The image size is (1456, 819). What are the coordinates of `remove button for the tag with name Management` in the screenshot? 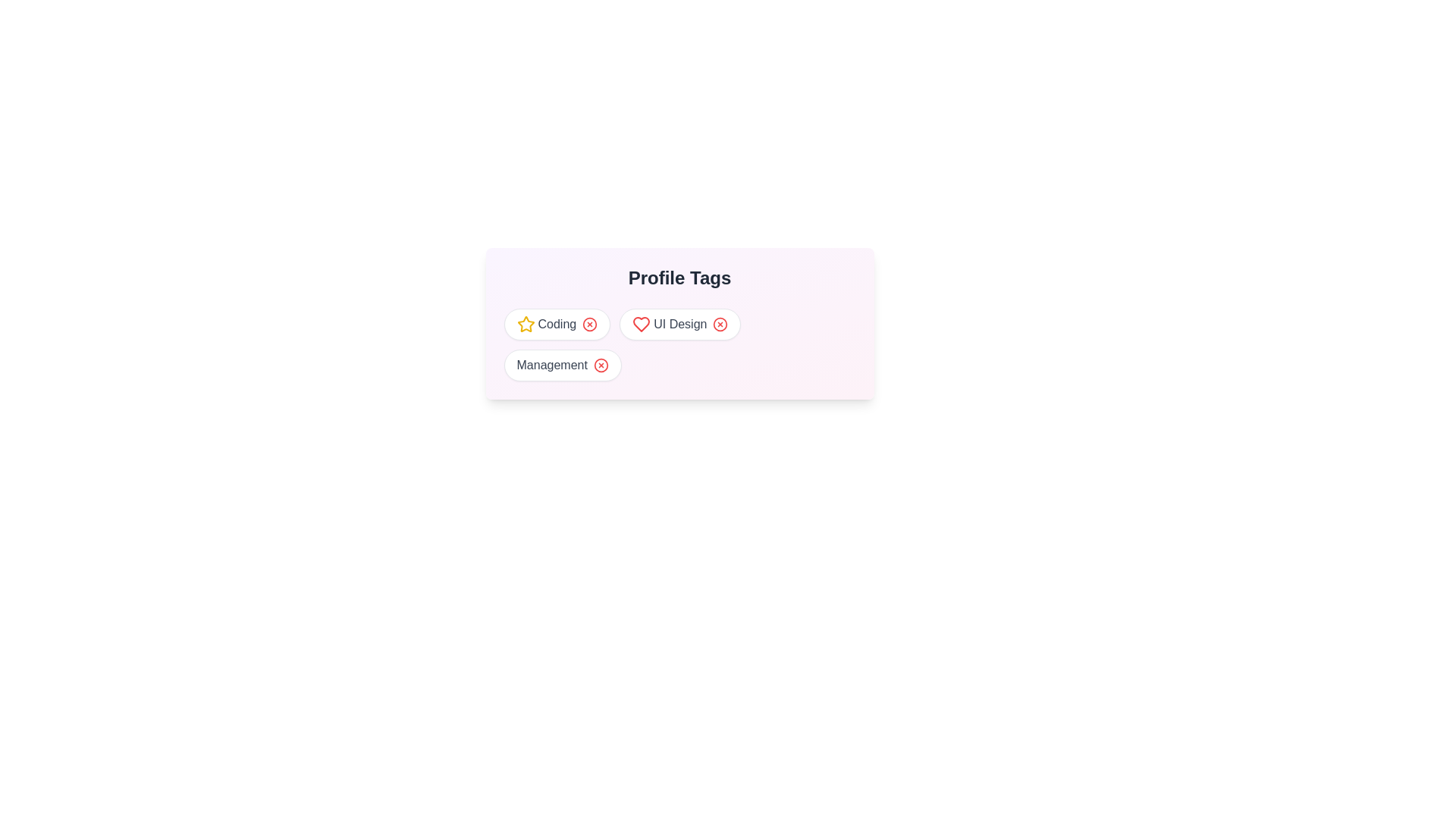 It's located at (600, 366).